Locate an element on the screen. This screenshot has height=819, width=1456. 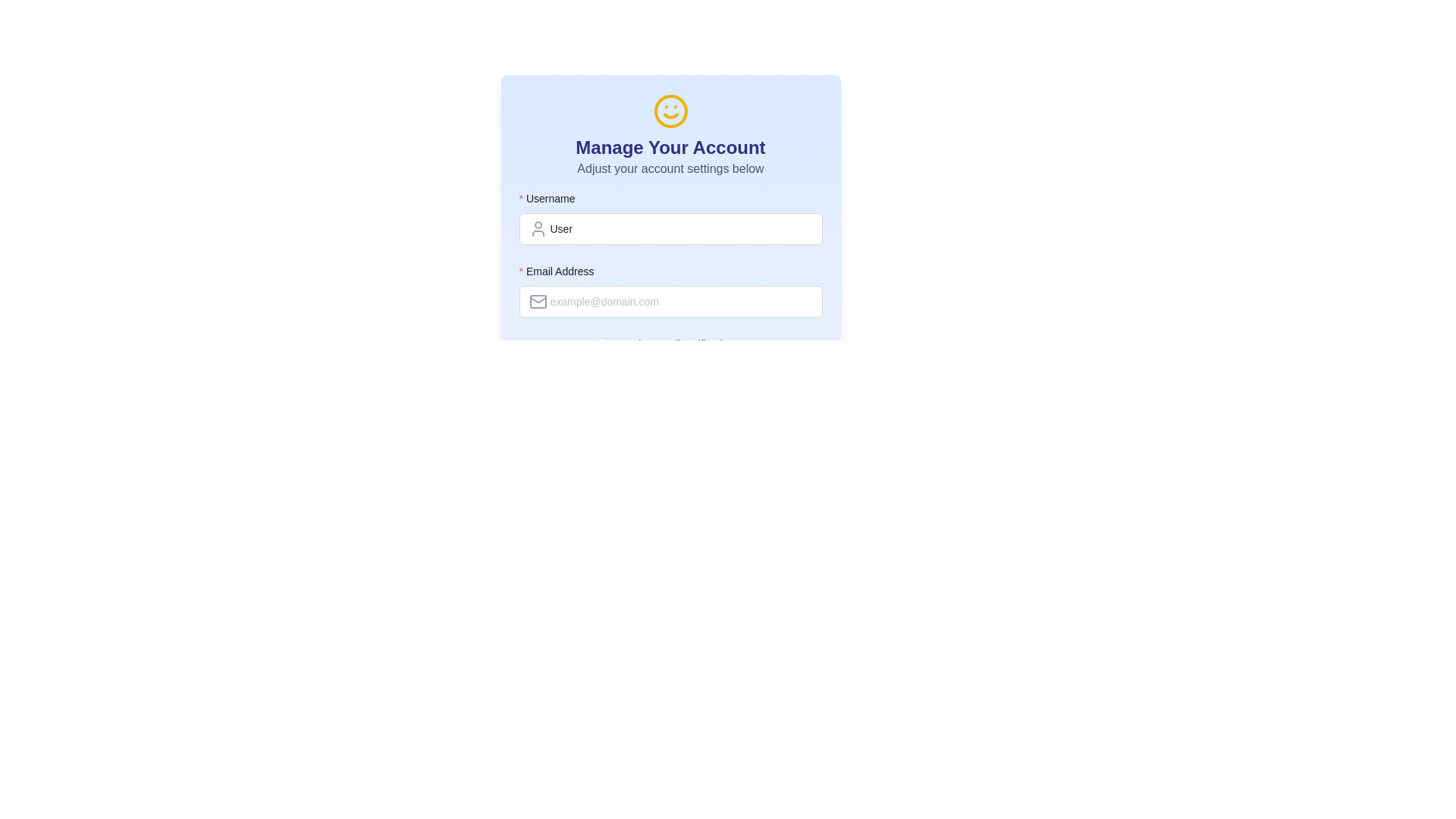
the account settings form card, which is the primary content card centered in the modal area is located at coordinates (670, 259).